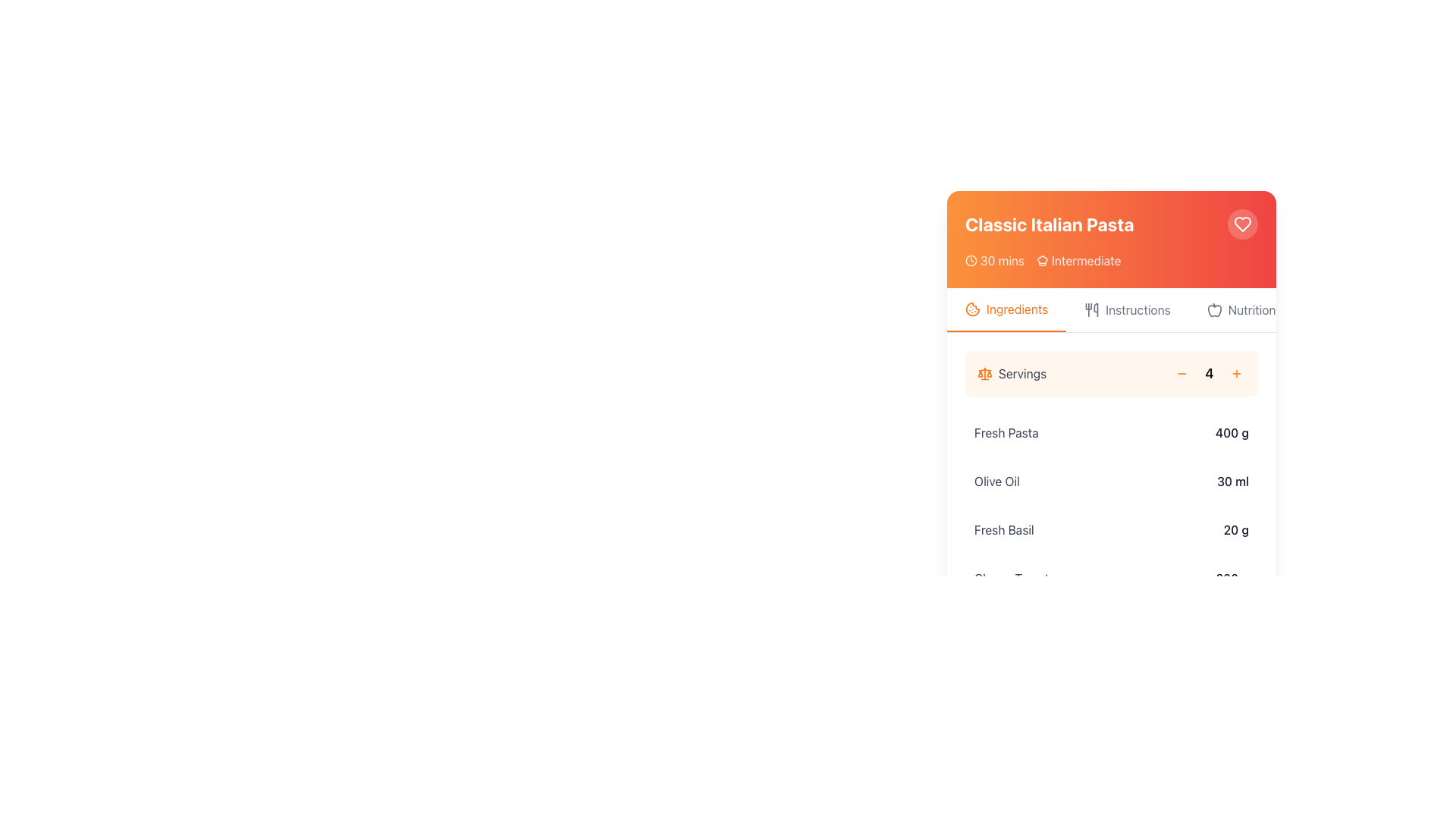 This screenshot has height=819, width=1456. What do you see at coordinates (1042, 259) in the screenshot?
I see `the decorative chef's hat icon located at the top-right corner of the recipe card for 'Classic Italian Pasta', which is adjacent to the title and a heart-shaped icon` at bounding box center [1042, 259].